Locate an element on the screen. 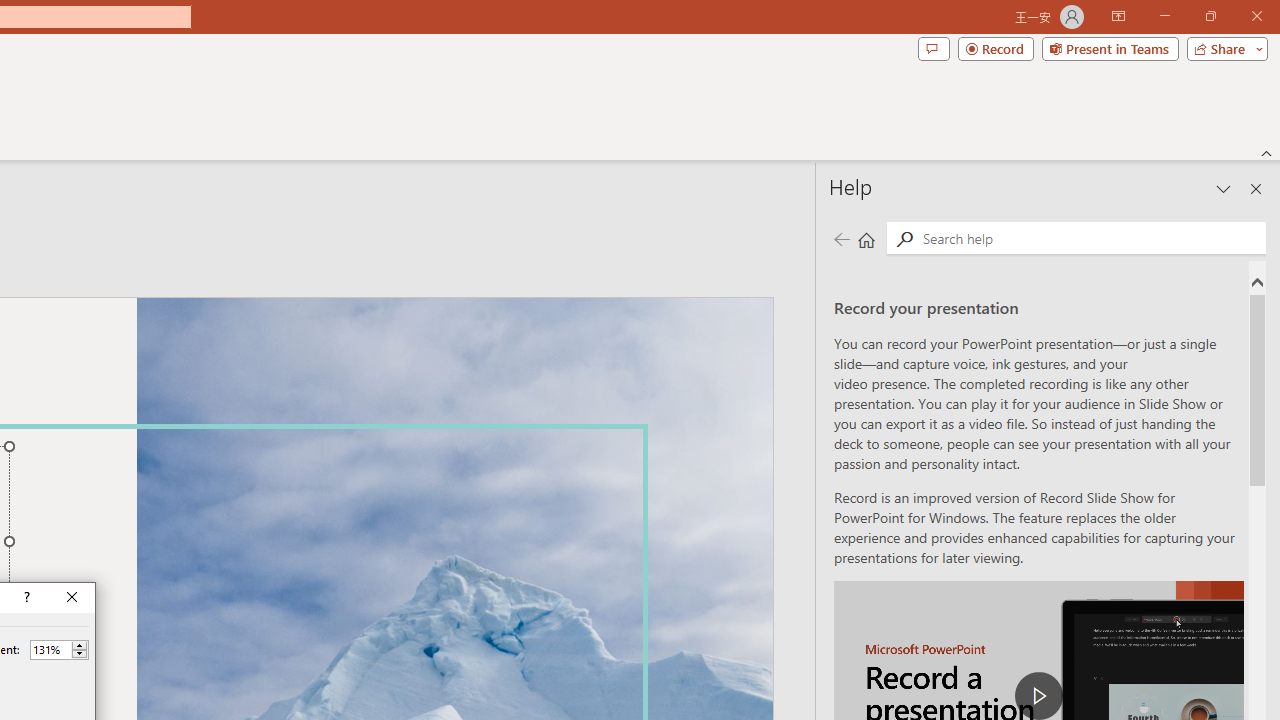 The height and width of the screenshot is (720, 1280). 'Previous page' is located at coordinates (841, 238).